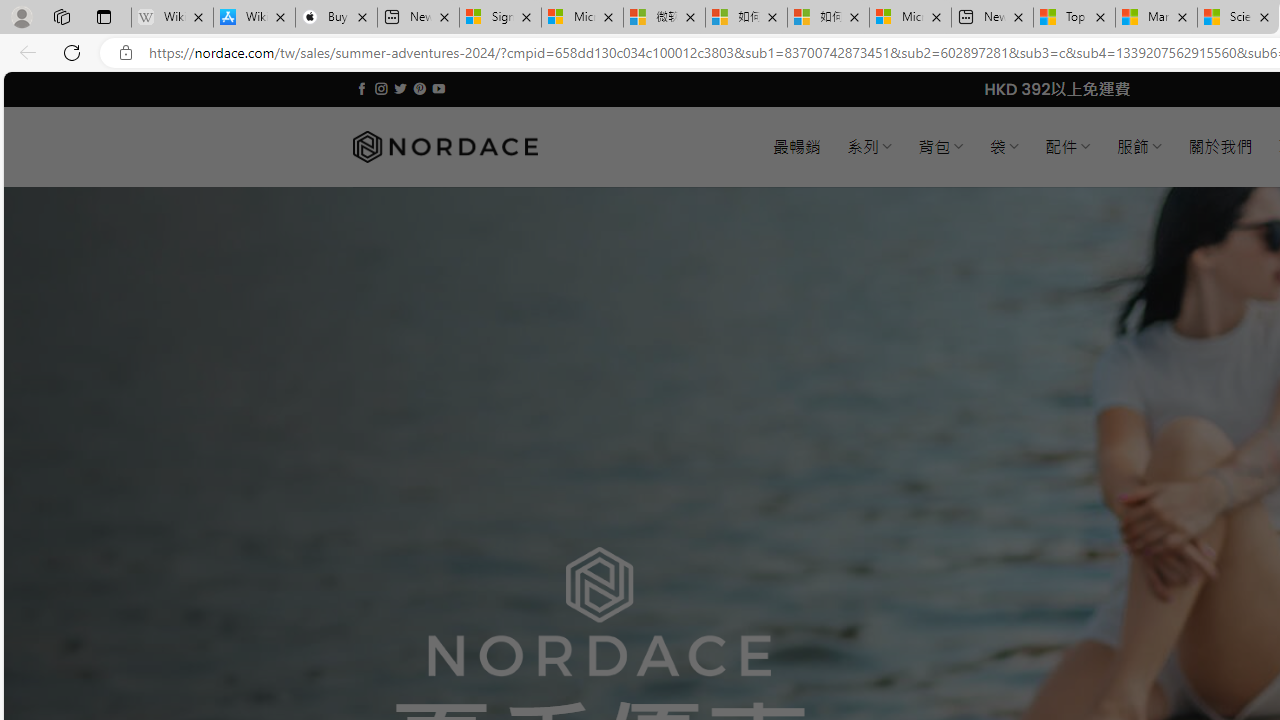 The image size is (1280, 720). What do you see at coordinates (909, 17) in the screenshot?
I see `'Microsoft account | Account Checkup'` at bounding box center [909, 17].